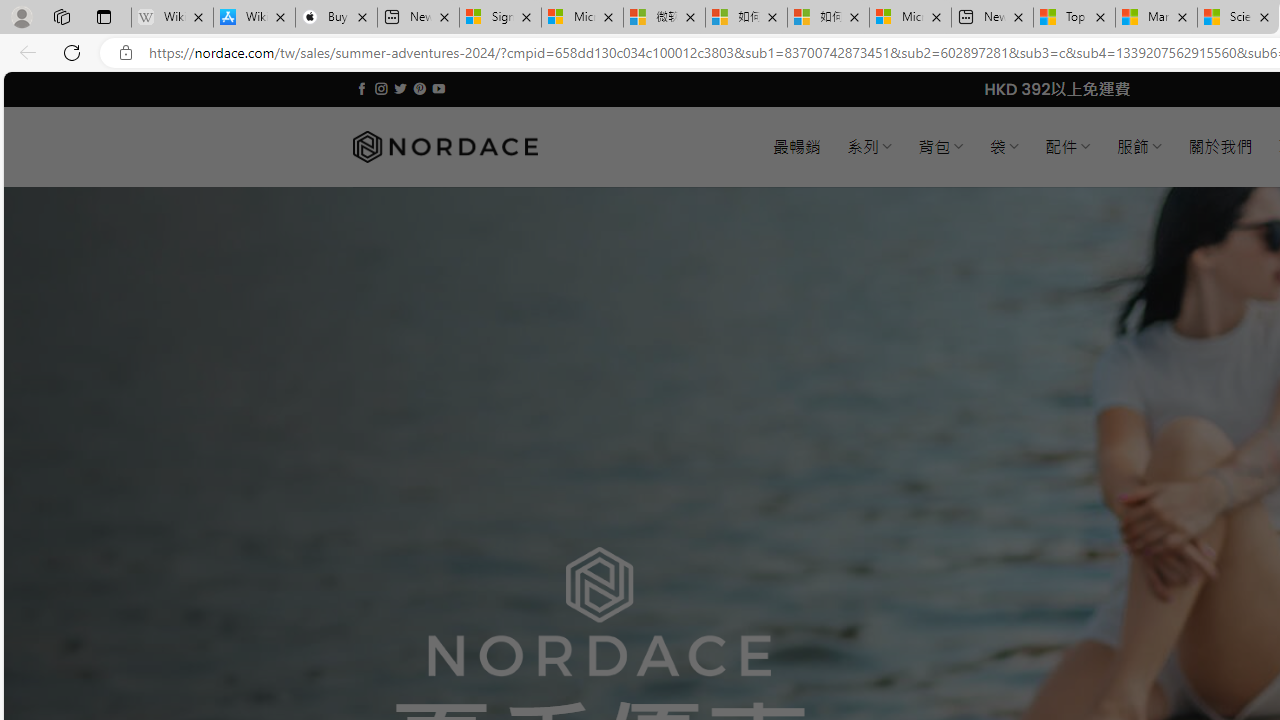 The image size is (1280, 720). What do you see at coordinates (909, 17) in the screenshot?
I see `'Microsoft account | Account Checkup'` at bounding box center [909, 17].